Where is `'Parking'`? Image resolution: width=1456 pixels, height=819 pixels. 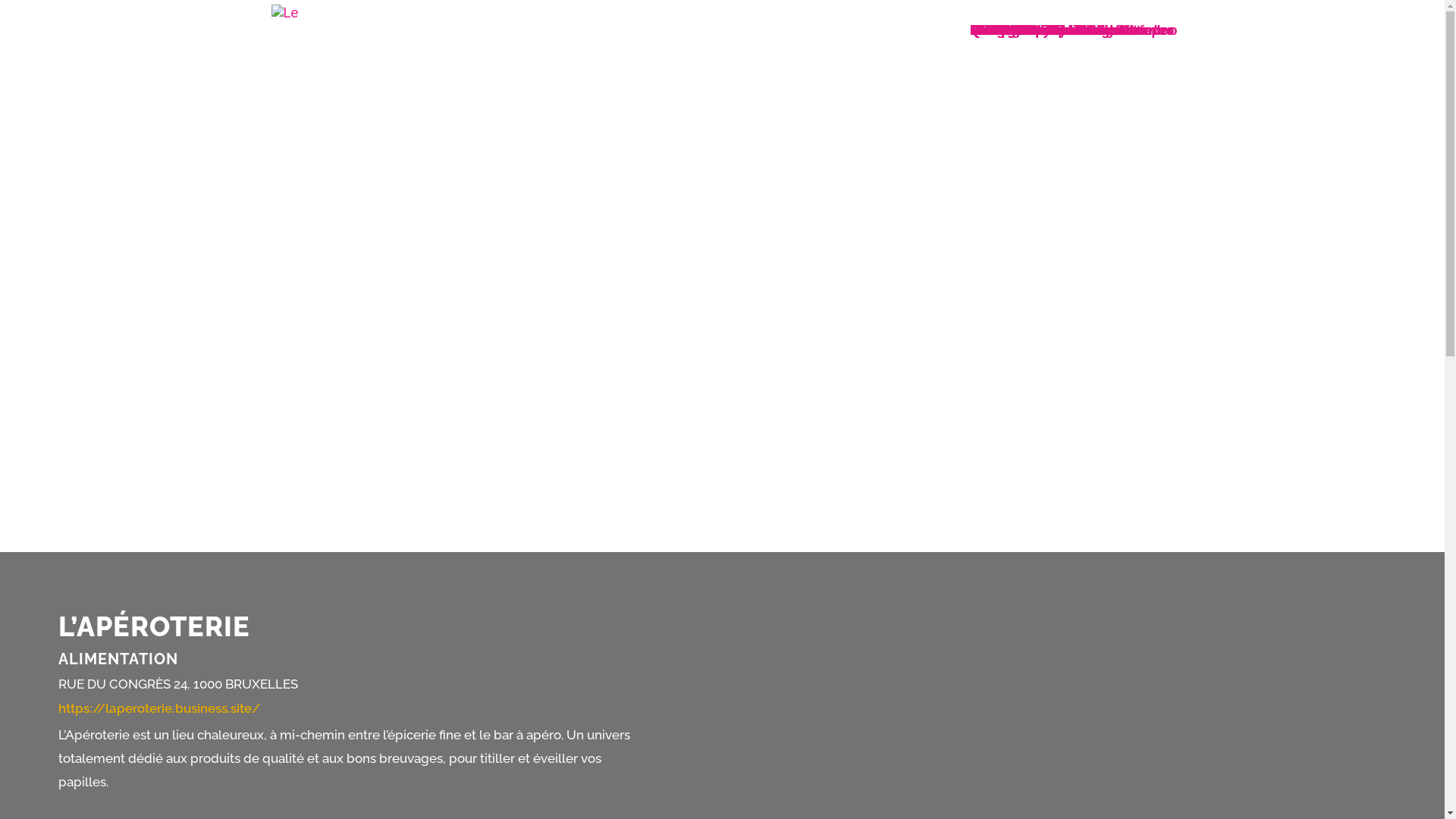 'Parking' is located at coordinates (968, 30).